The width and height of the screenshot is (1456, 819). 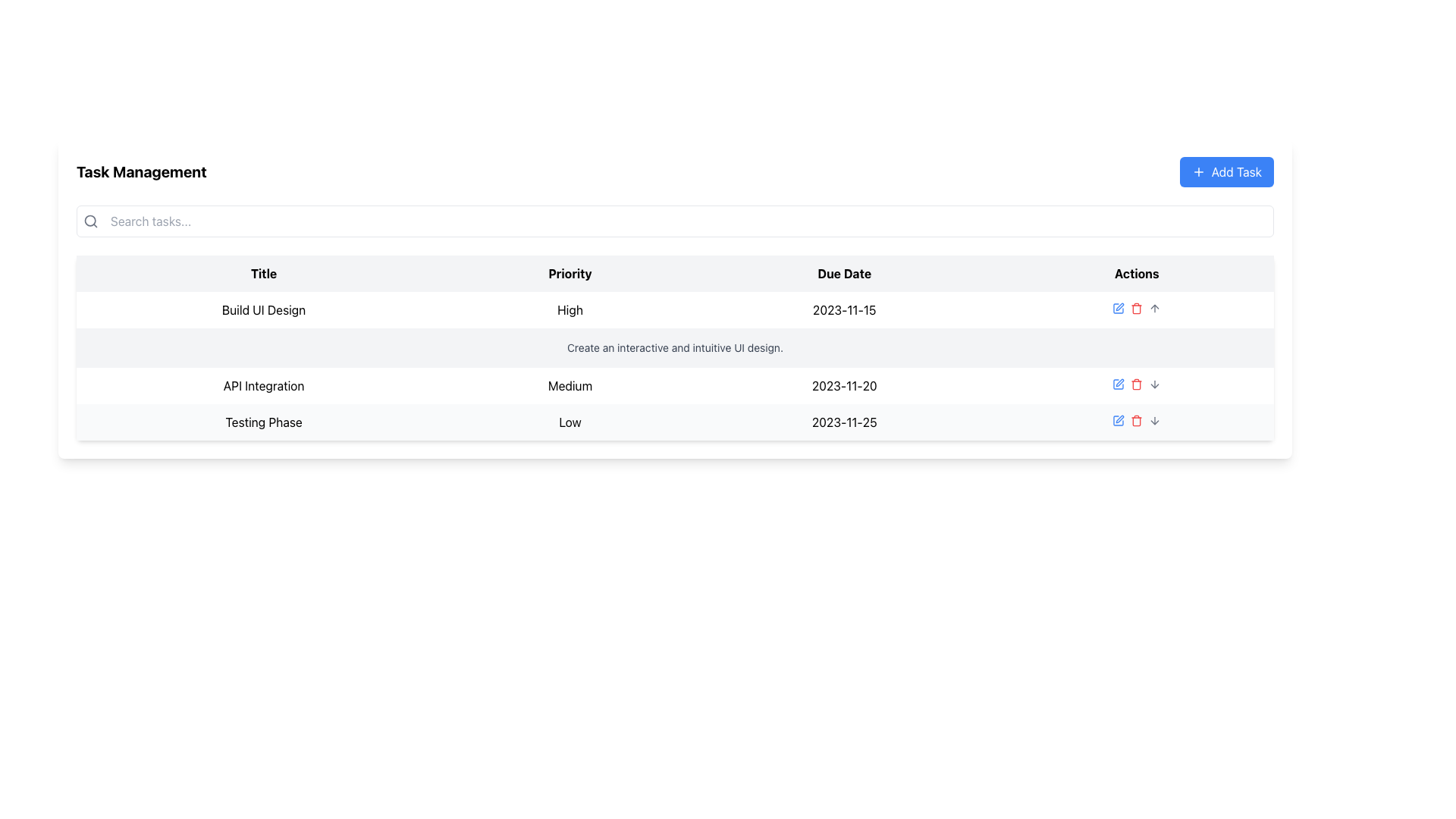 I want to click on the third action button in the 'Actions' column for the task titled 'API Integration' to promote the task, so click(x=1154, y=308).